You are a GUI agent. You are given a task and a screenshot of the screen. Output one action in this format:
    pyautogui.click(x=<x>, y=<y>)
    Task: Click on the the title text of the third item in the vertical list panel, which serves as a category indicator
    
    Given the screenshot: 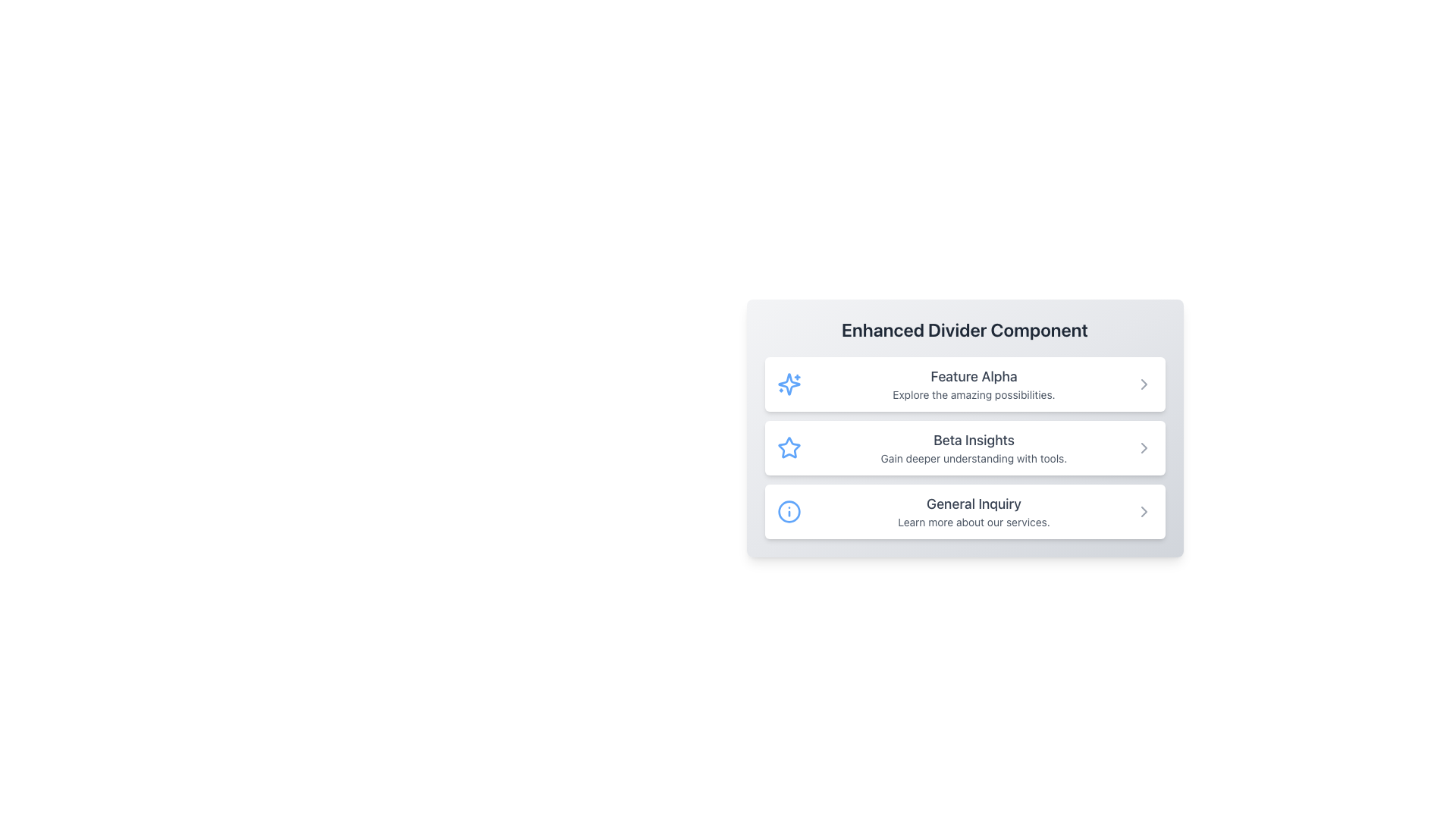 What is the action you would take?
    pyautogui.click(x=974, y=504)
    